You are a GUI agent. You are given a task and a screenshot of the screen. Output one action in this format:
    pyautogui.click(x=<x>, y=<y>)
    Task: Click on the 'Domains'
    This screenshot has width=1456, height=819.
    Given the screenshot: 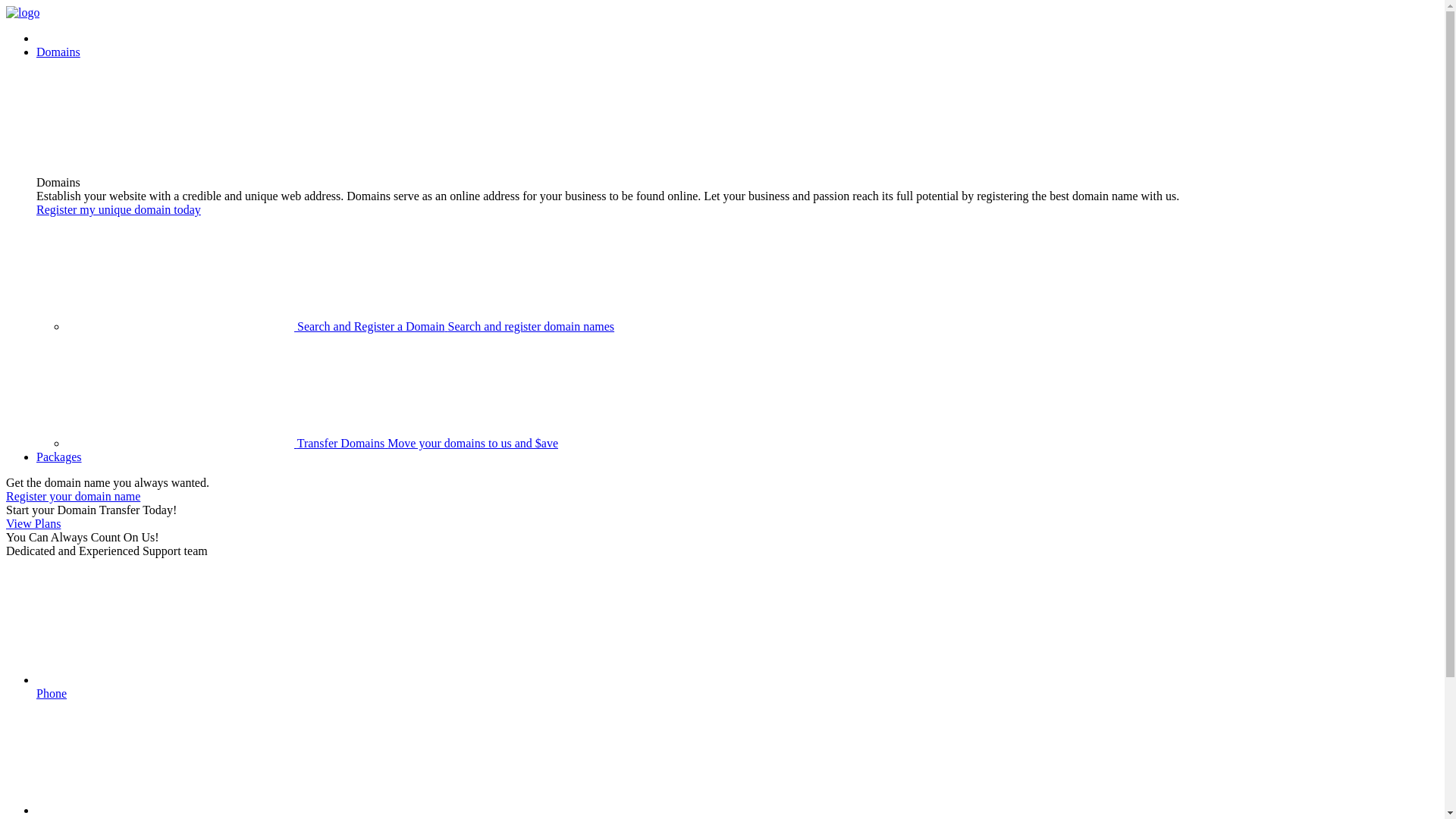 What is the action you would take?
    pyautogui.click(x=58, y=51)
    